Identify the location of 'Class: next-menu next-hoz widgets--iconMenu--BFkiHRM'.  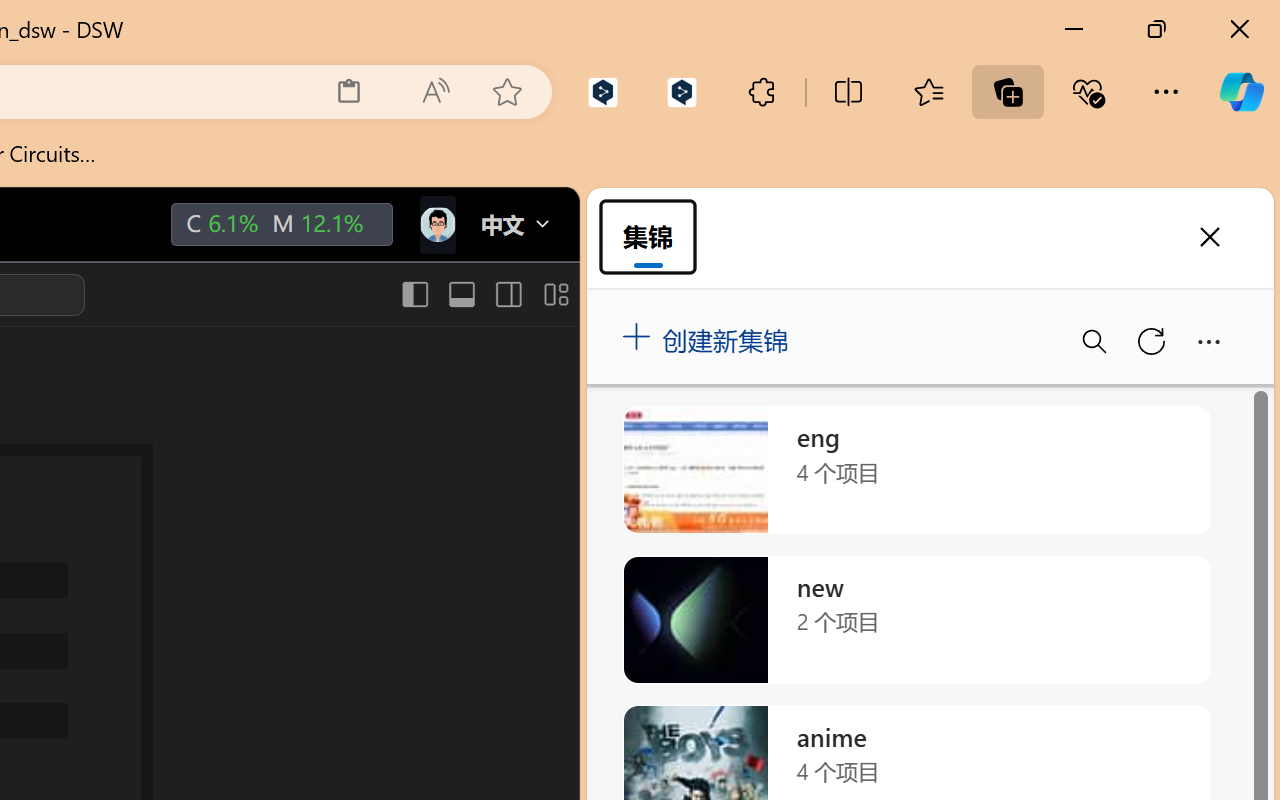
(435, 225).